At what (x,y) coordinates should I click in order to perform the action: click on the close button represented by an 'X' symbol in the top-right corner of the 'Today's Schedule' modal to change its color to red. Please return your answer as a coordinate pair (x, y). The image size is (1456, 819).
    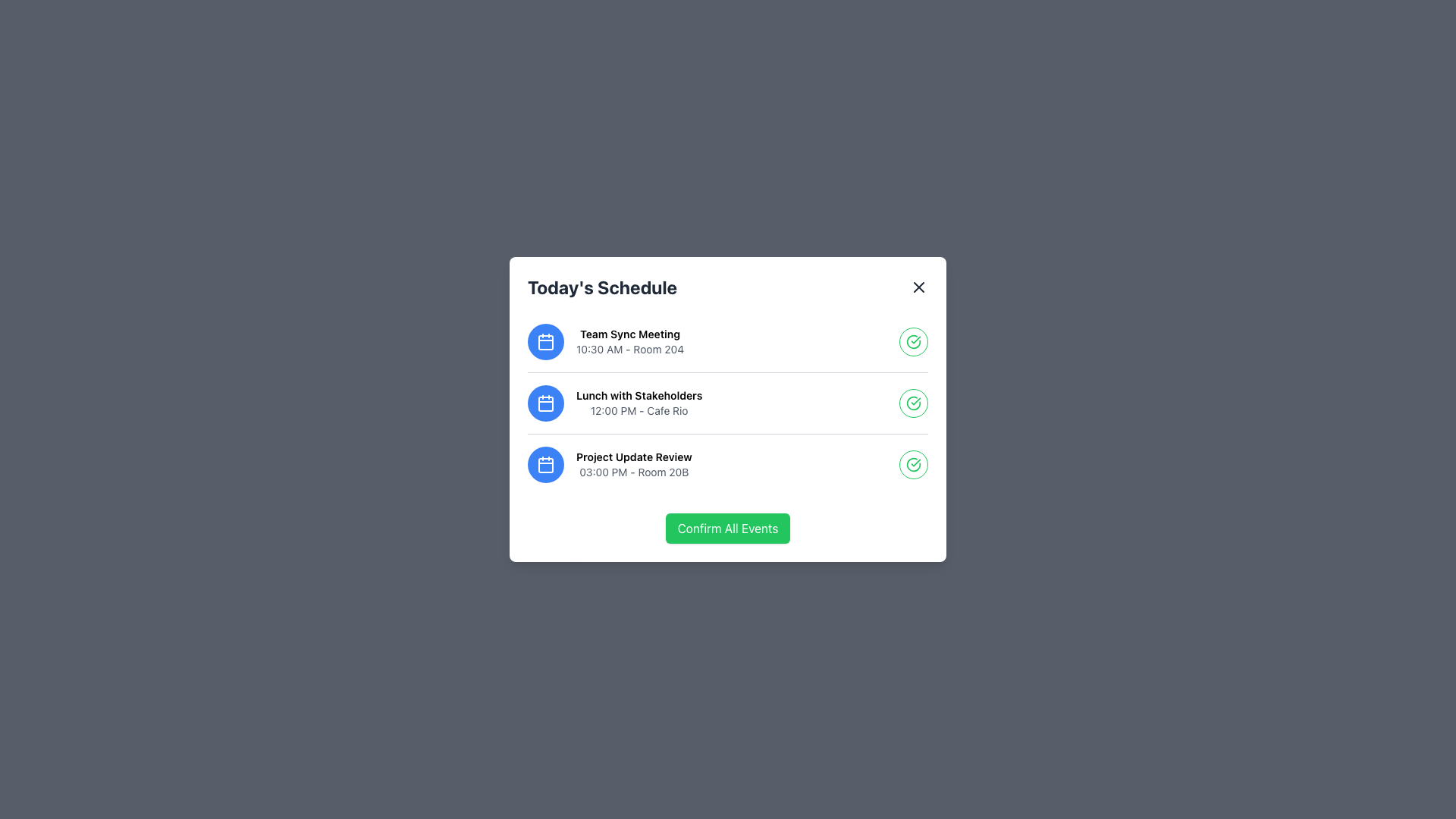
    Looking at the image, I should click on (918, 287).